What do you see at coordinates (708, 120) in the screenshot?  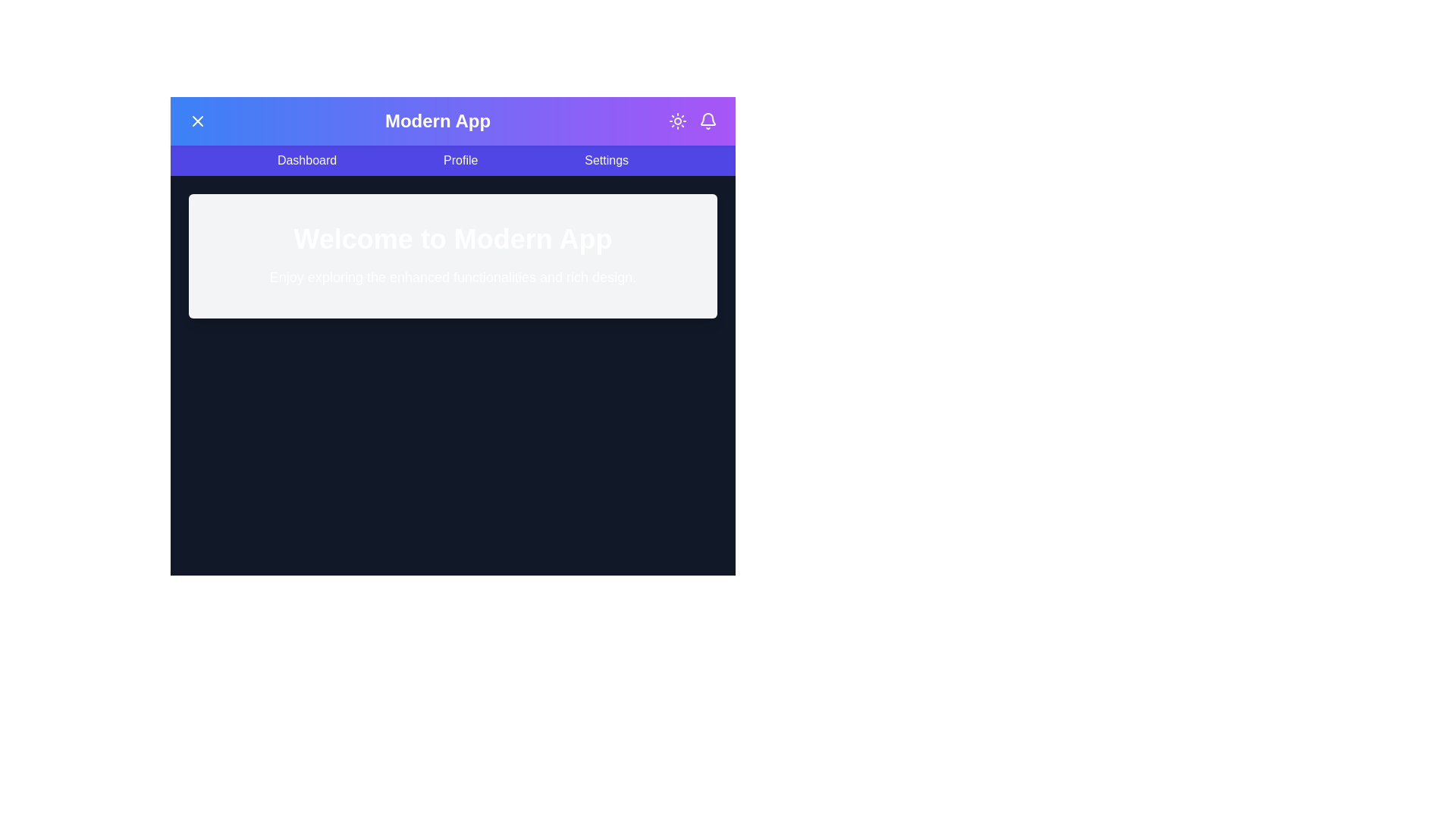 I see `the notification bell icon` at bounding box center [708, 120].